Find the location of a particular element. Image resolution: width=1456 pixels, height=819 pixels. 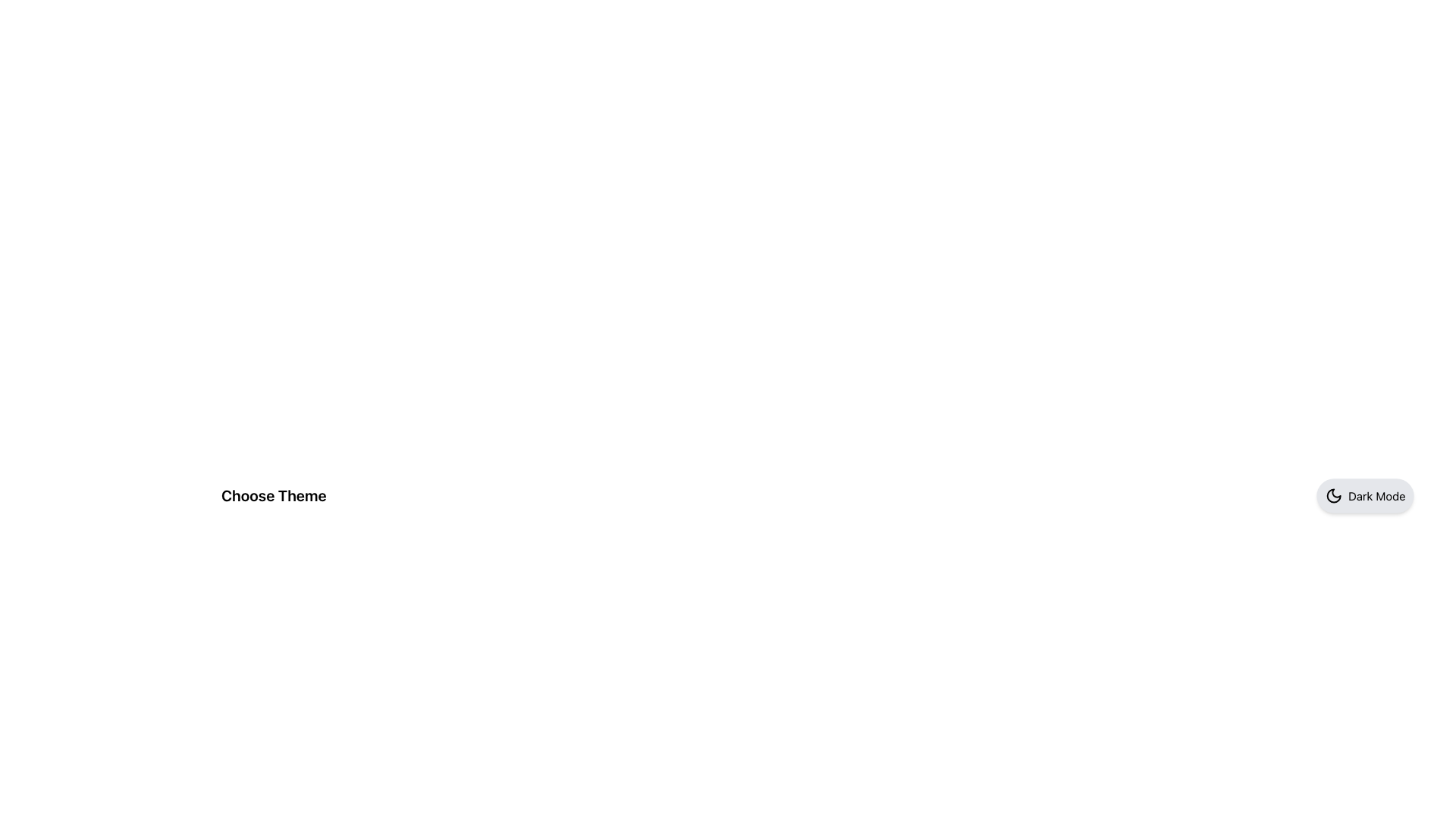

the rounded gray button with a crescent moon icon and the text 'Dark Mode' is located at coordinates (1365, 496).